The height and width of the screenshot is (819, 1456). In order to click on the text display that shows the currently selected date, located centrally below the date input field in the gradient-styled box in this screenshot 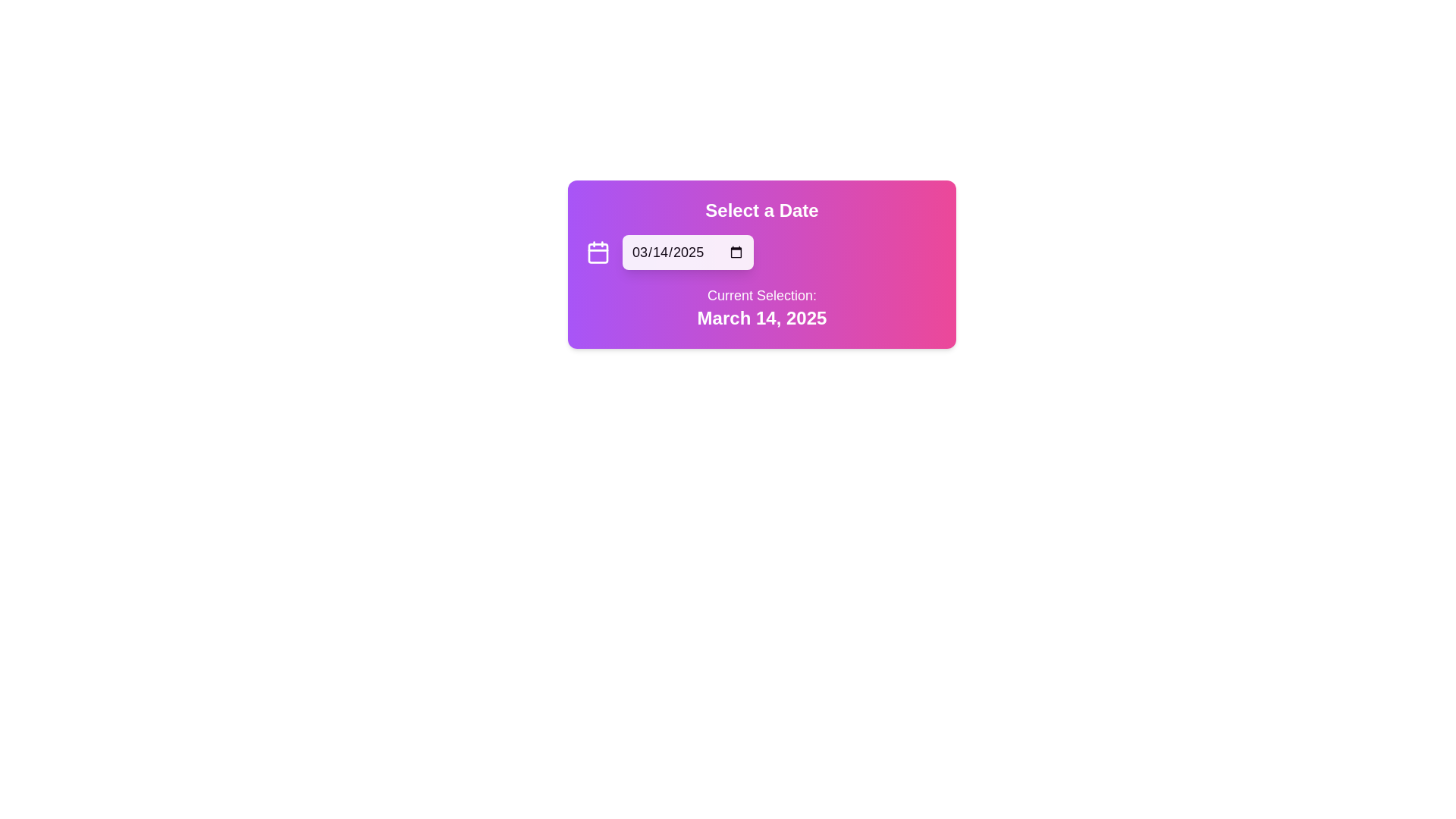, I will do `click(761, 307)`.